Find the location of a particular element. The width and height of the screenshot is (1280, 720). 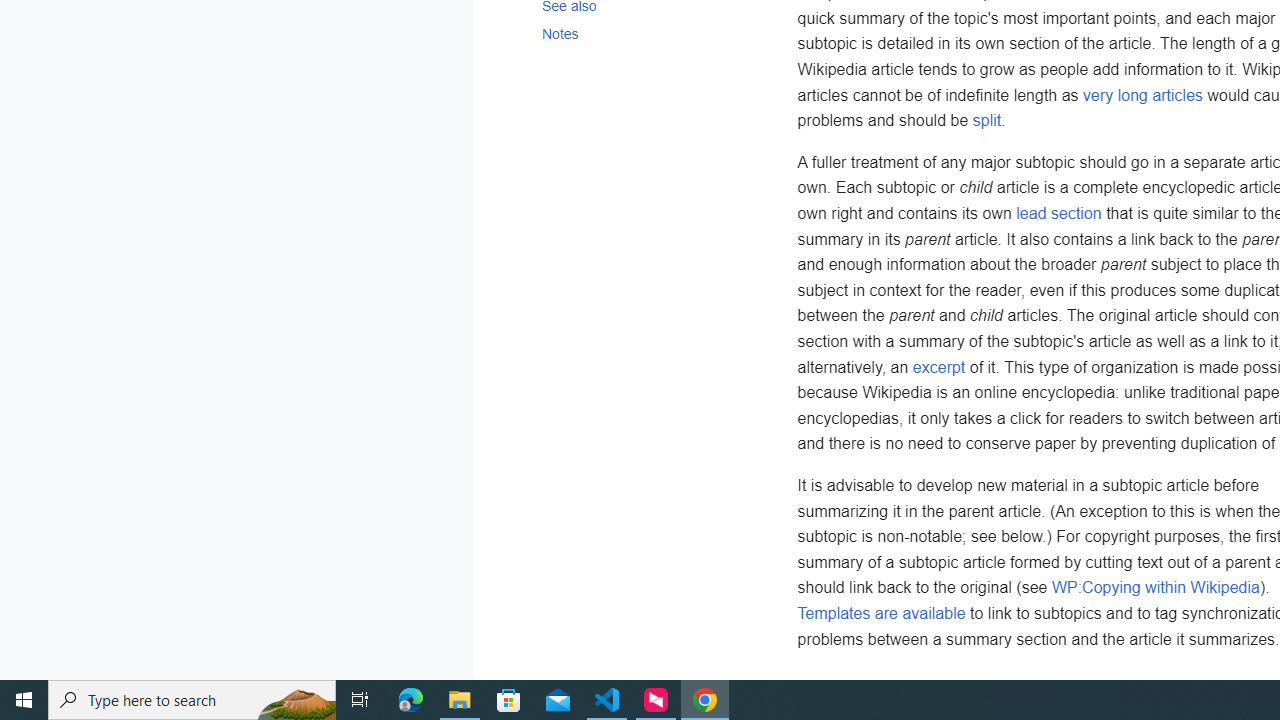

'Templates are available' is located at coordinates (880, 612).